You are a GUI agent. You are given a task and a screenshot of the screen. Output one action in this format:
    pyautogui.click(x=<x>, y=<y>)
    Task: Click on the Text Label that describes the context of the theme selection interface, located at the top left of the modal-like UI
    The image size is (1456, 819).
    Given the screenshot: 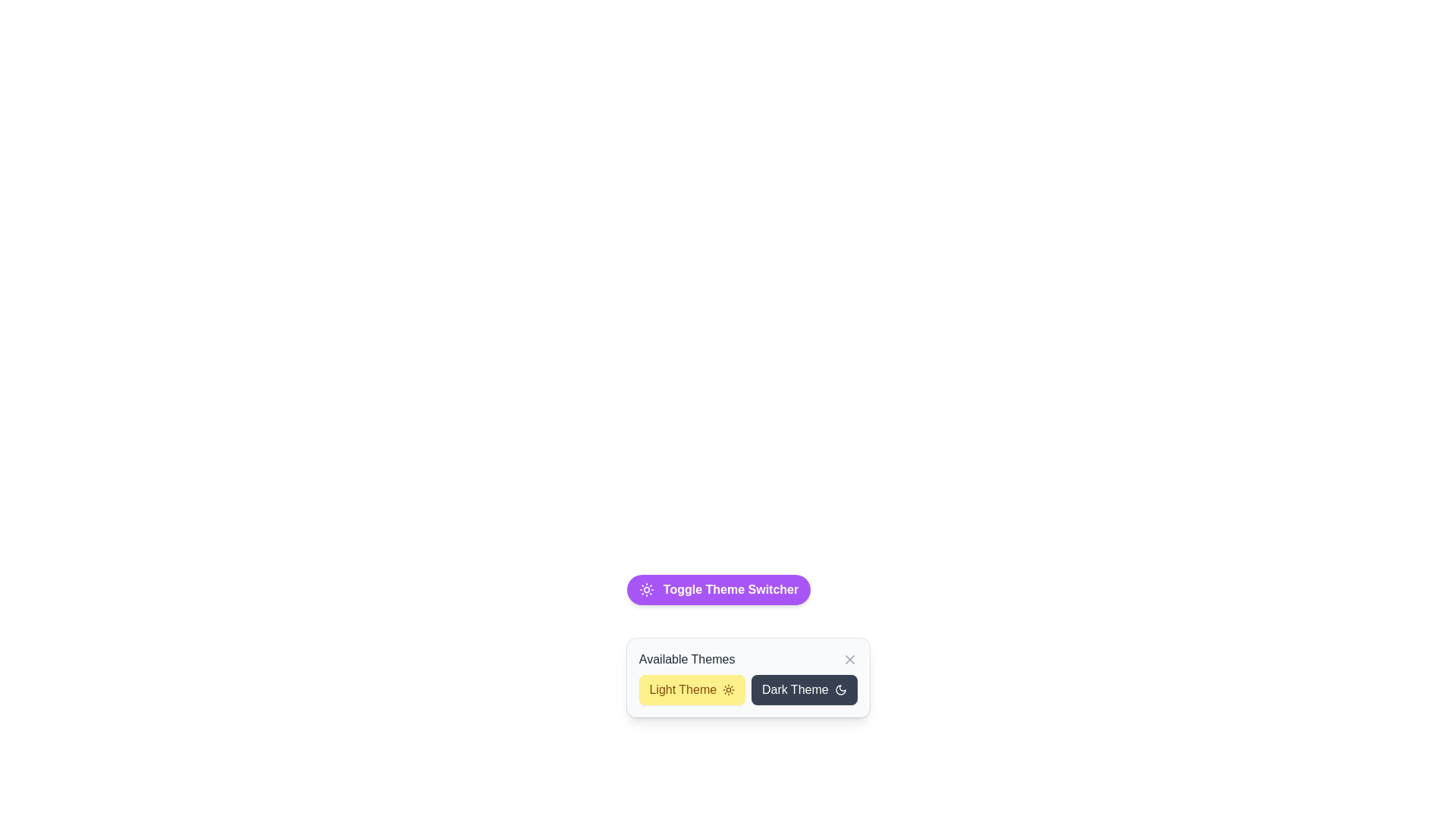 What is the action you would take?
    pyautogui.click(x=686, y=659)
    